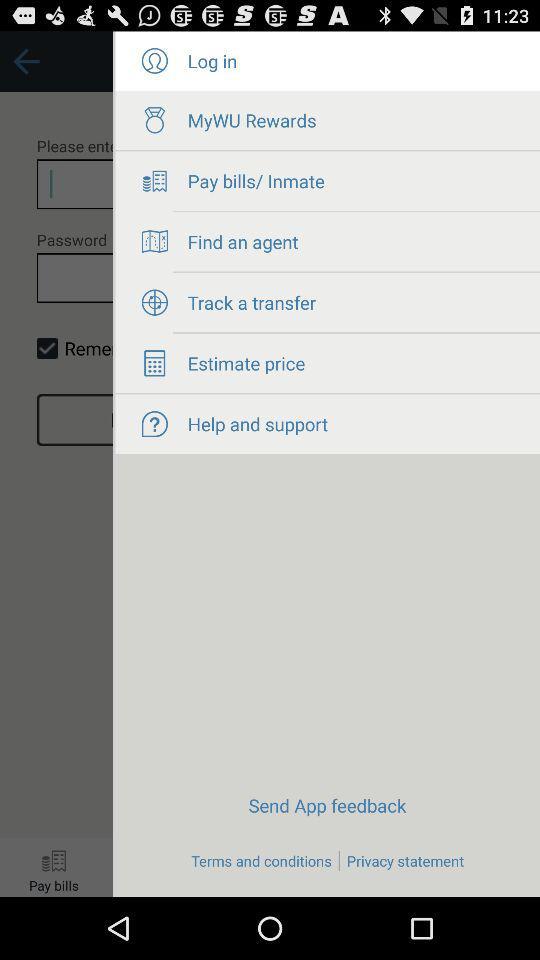  I want to click on the avatar icon, so click(153, 65).